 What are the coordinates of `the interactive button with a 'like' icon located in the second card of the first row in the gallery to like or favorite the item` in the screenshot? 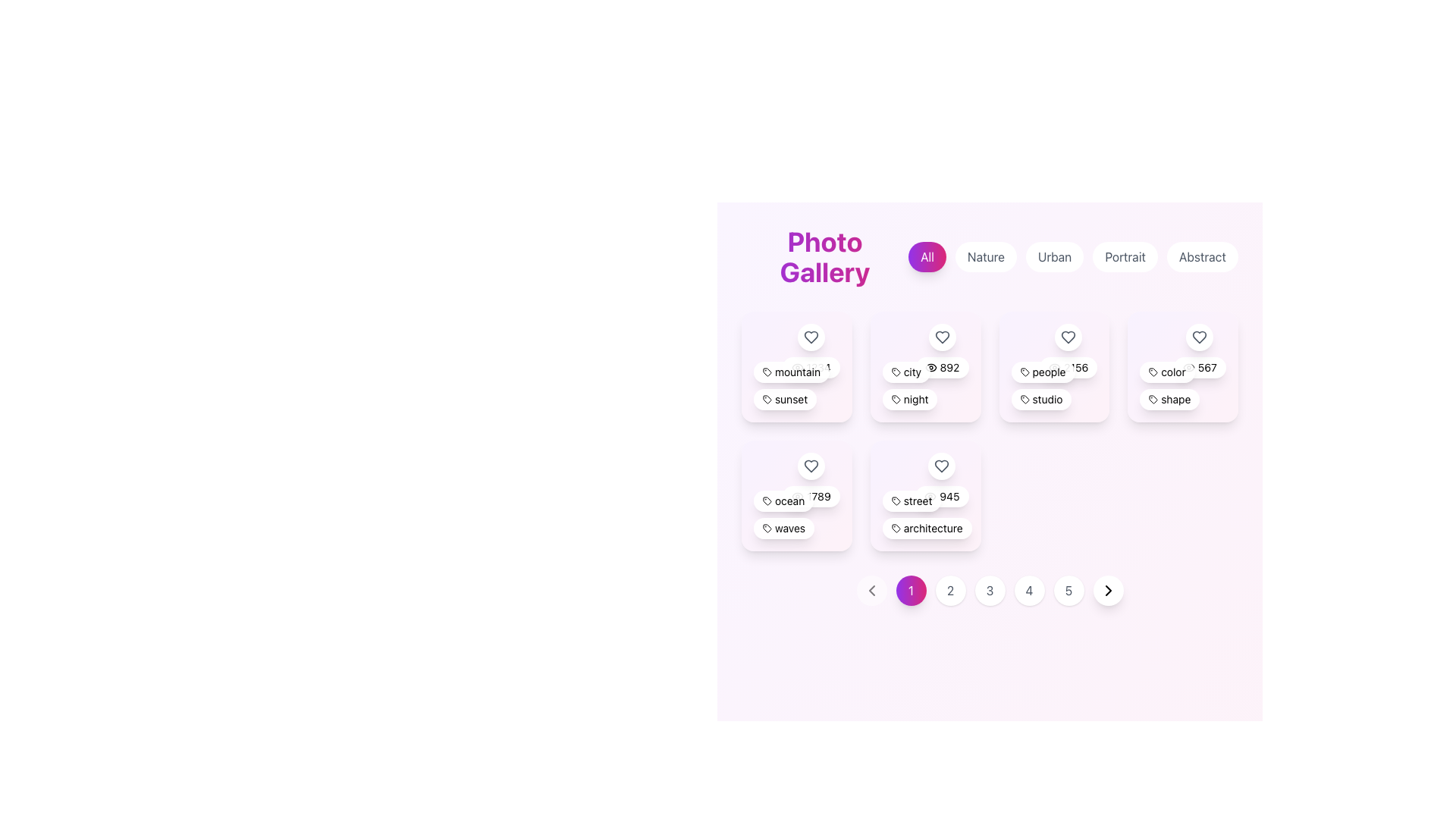 It's located at (941, 336).